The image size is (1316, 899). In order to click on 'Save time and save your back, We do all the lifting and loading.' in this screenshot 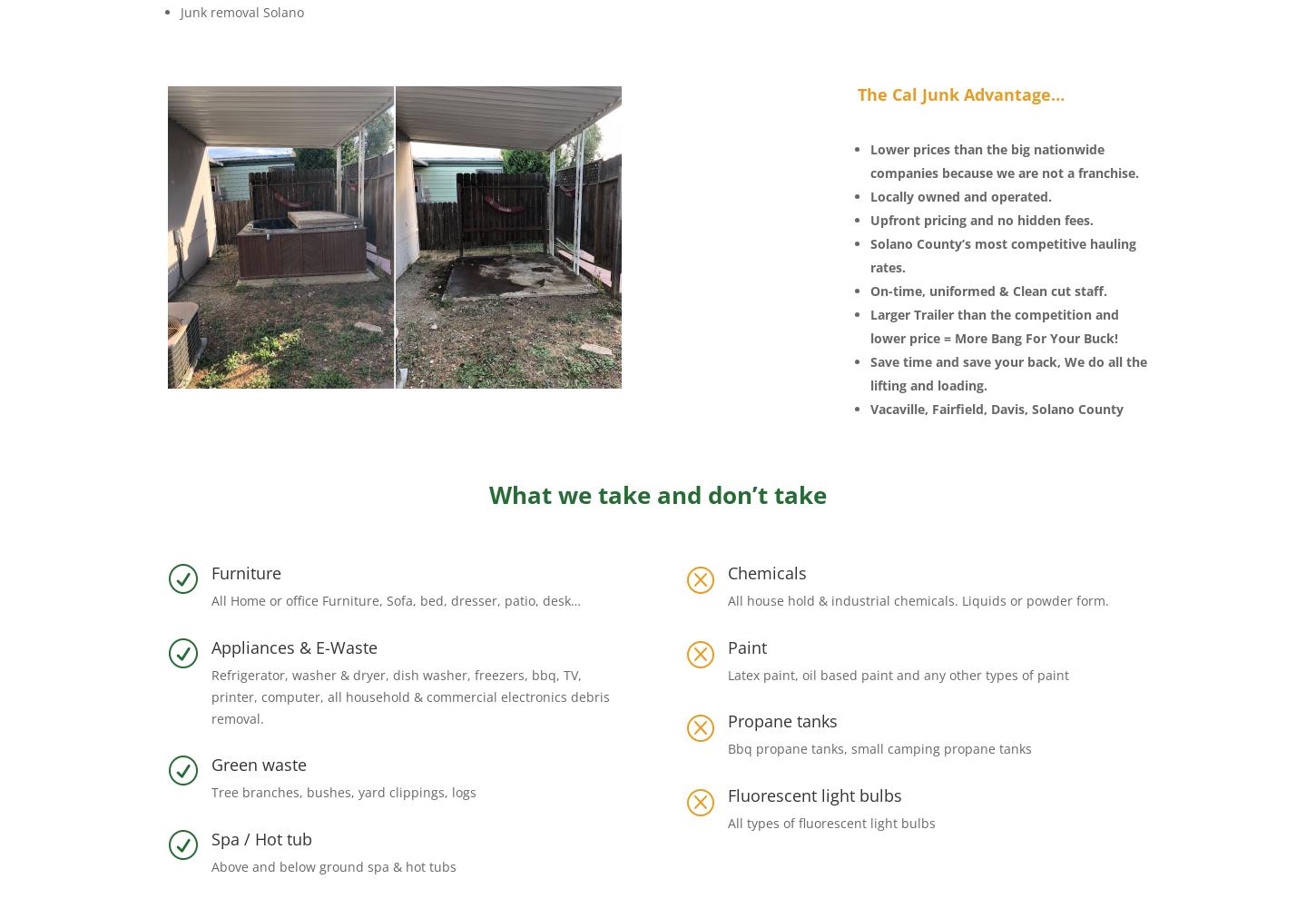, I will do `click(1007, 372)`.